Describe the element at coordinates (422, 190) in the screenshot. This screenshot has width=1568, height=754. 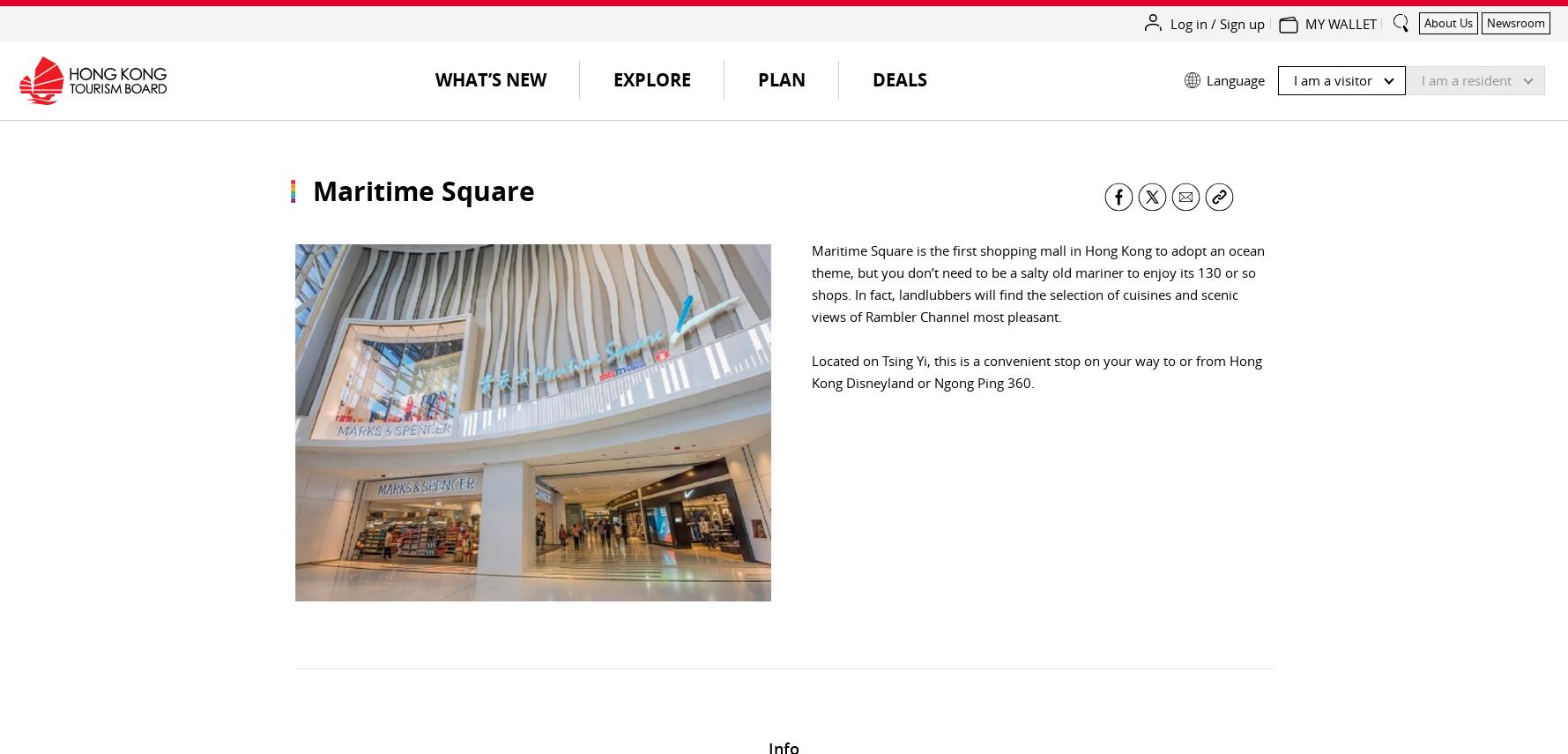
I see `'Maritime Square'` at that location.